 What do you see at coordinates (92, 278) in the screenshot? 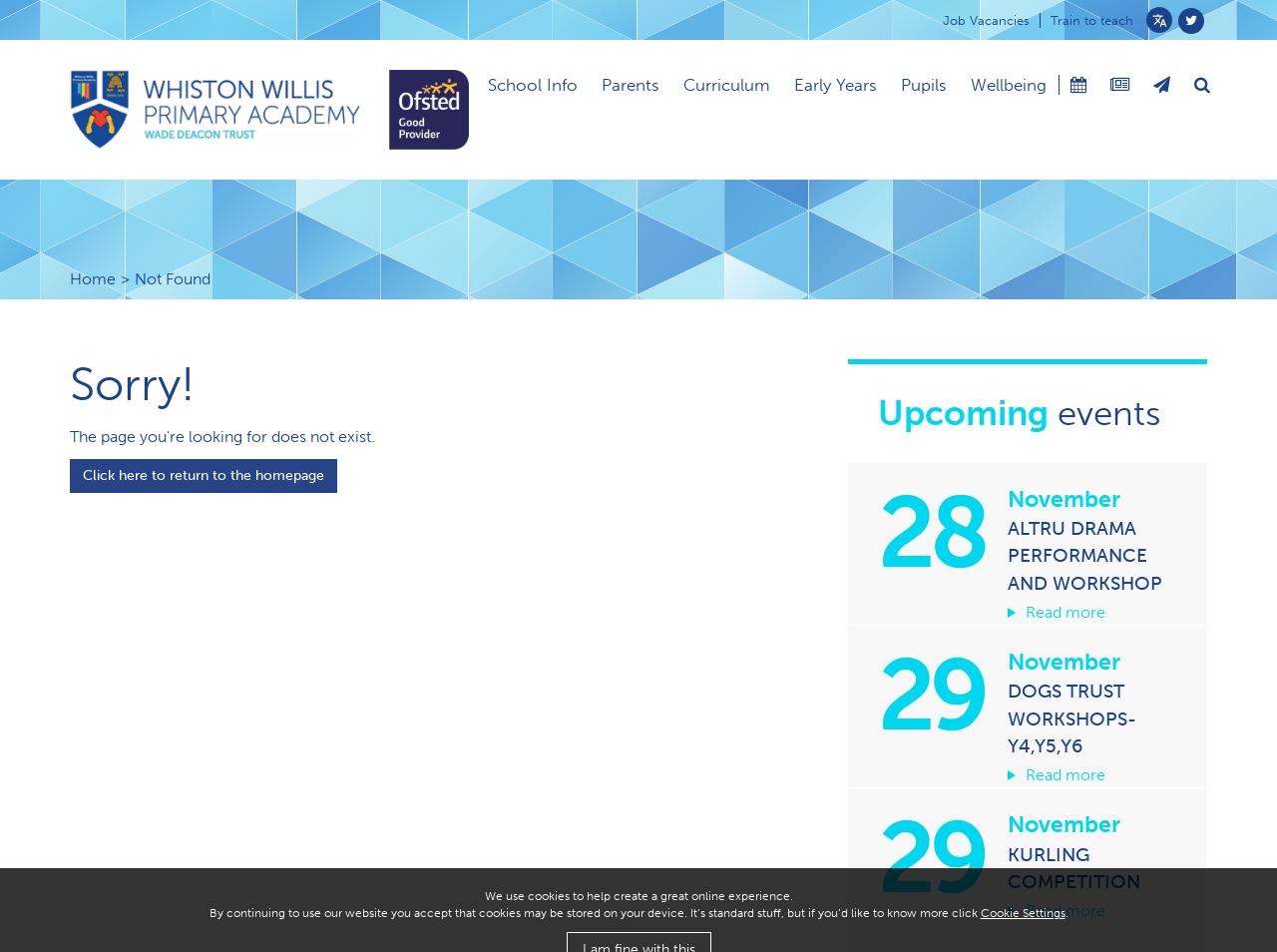
I see `'Home'` at bounding box center [92, 278].